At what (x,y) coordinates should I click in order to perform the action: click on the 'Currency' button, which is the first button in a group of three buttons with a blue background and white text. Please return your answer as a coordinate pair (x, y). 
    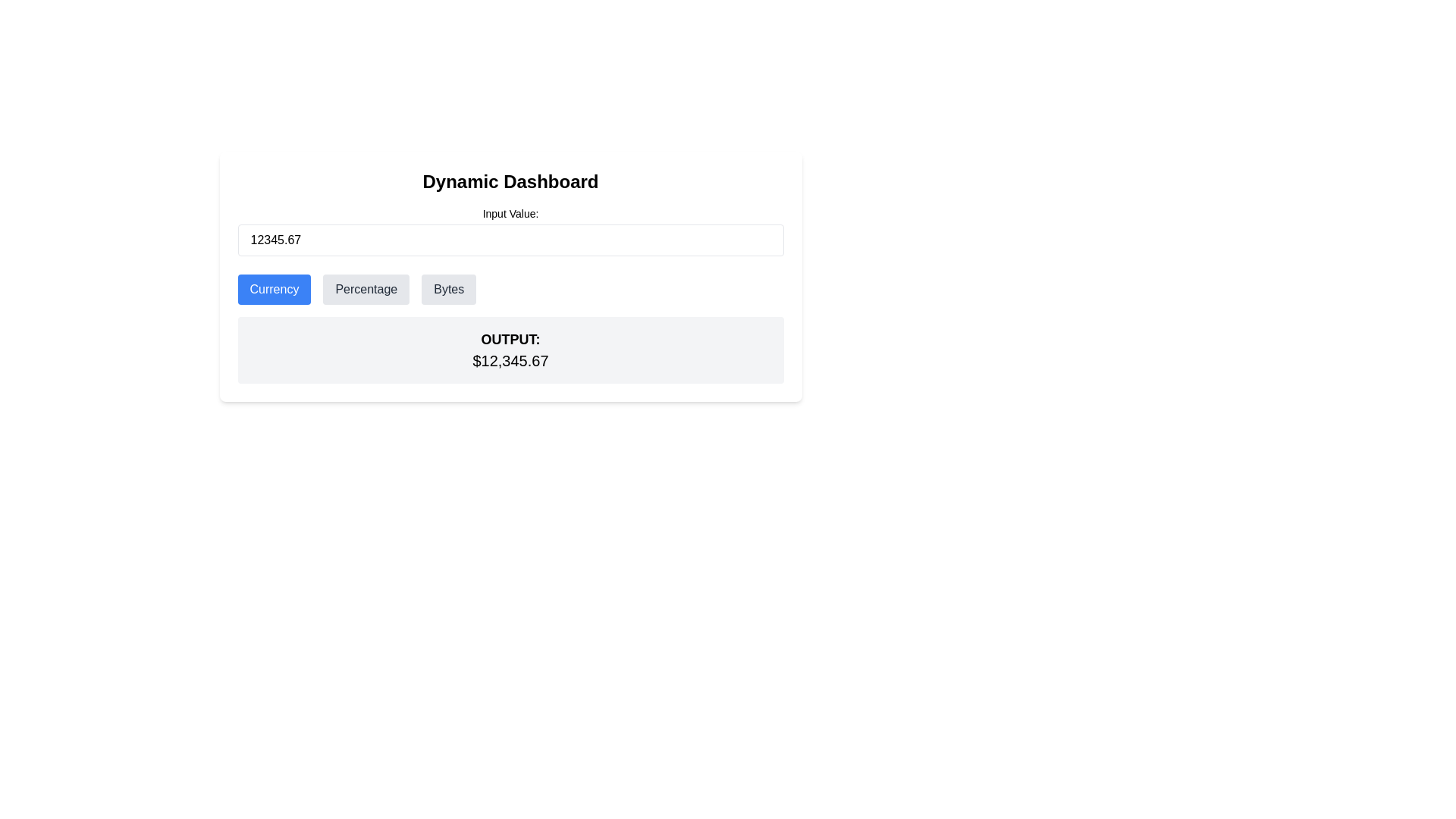
    Looking at the image, I should click on (274, 289).